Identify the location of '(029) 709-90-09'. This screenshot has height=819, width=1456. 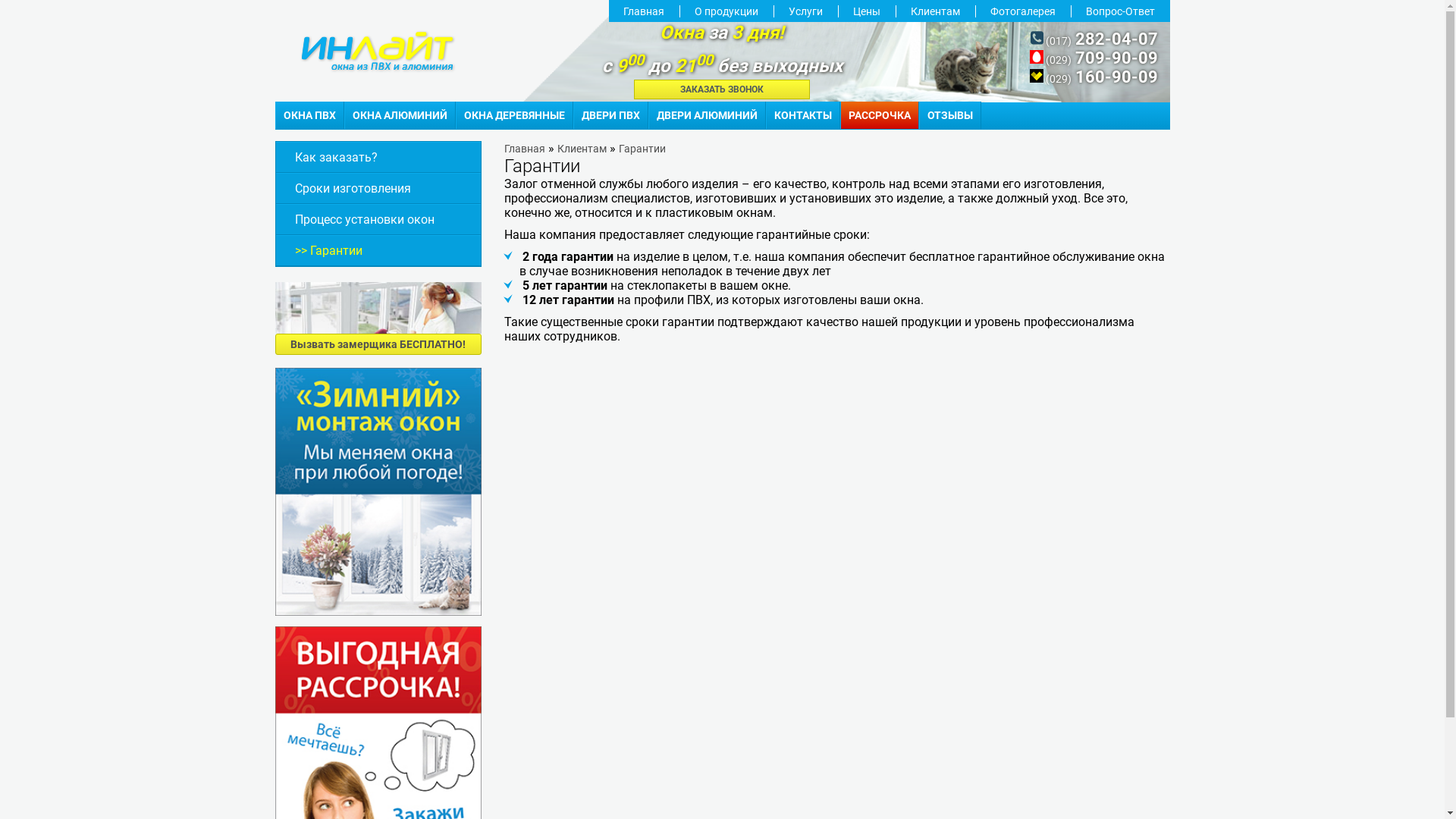
(1094, 58).